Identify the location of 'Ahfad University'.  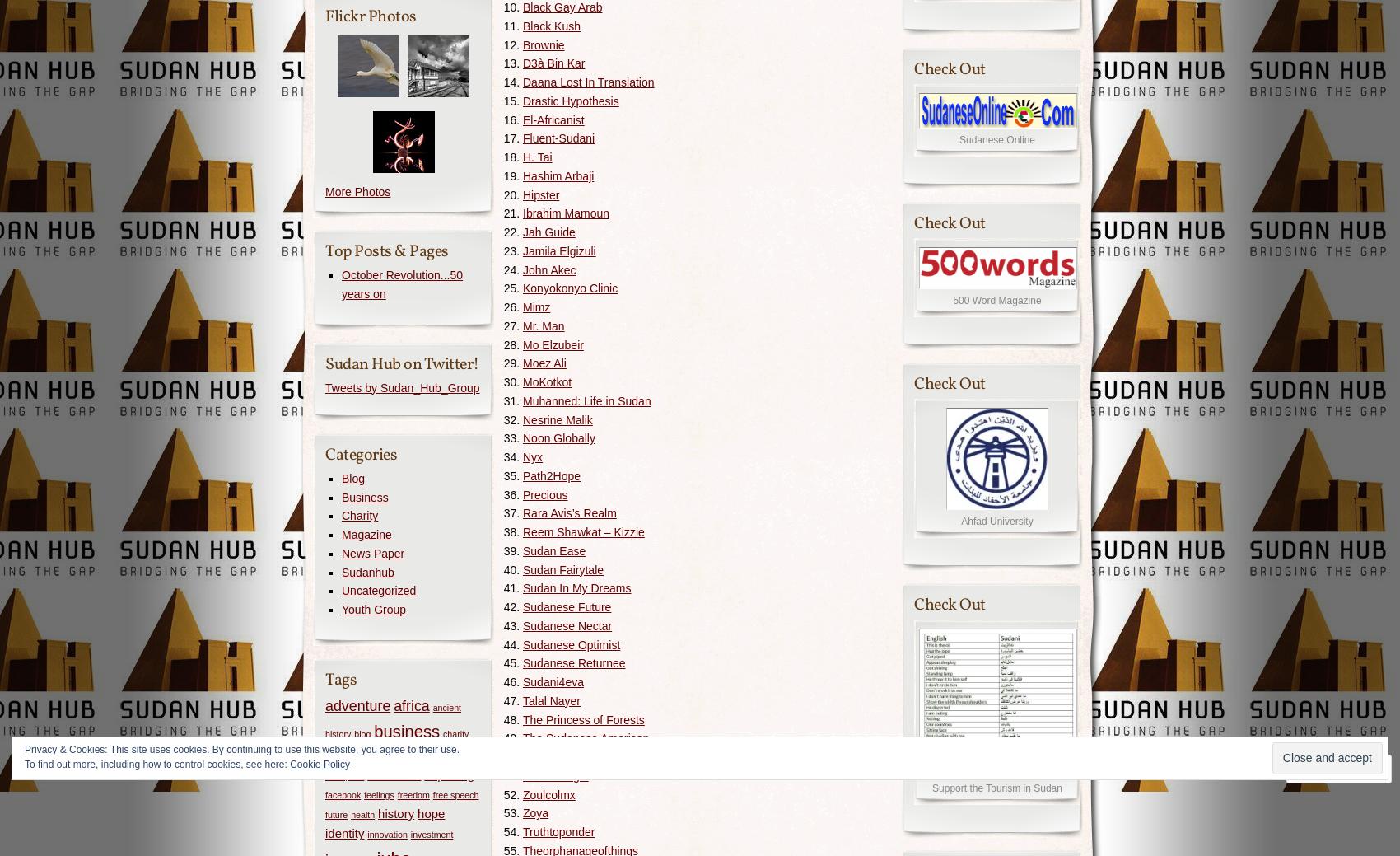
(996, 521).